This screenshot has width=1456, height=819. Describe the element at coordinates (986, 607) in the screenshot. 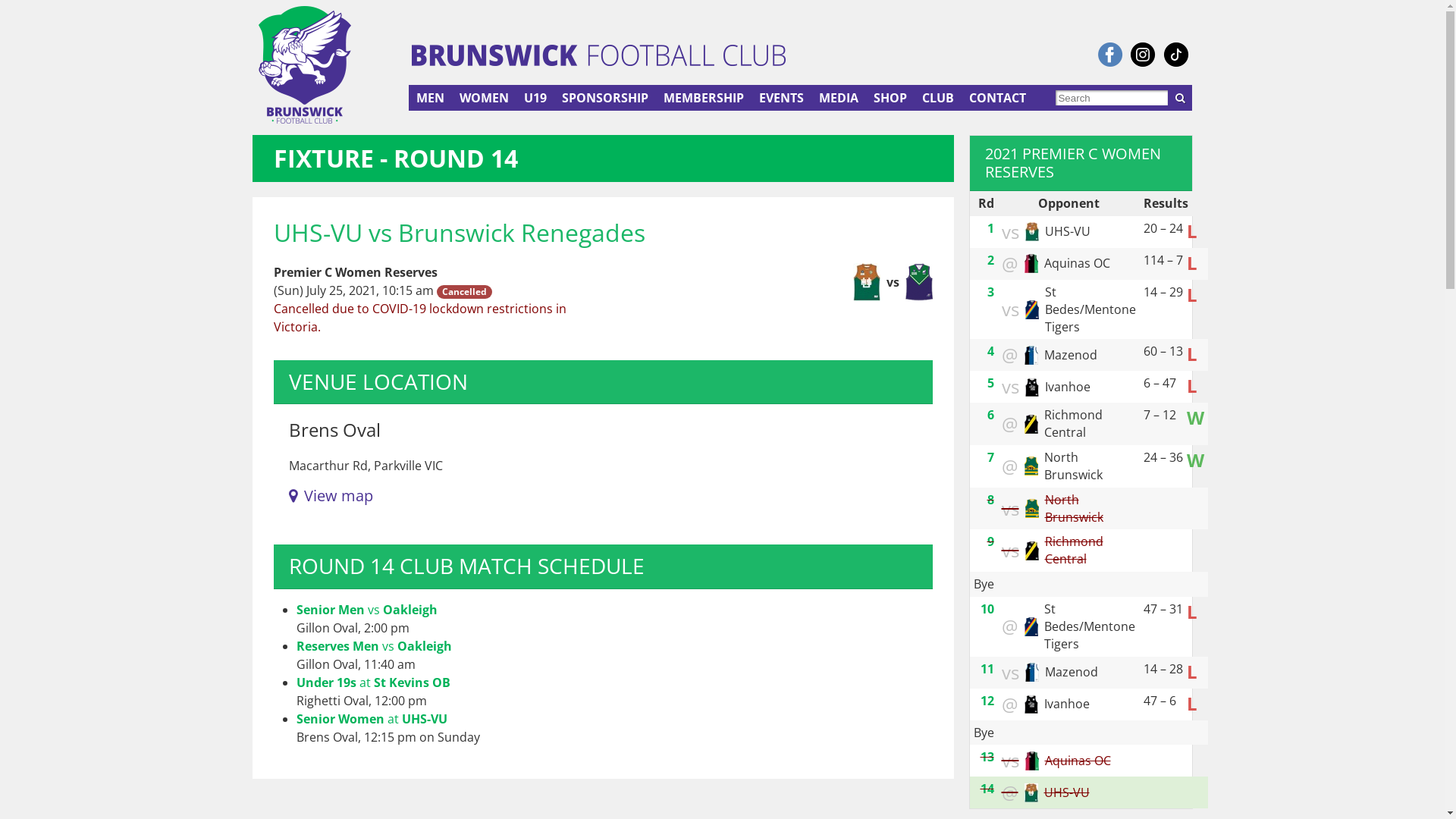

I see `'10'` at that location.